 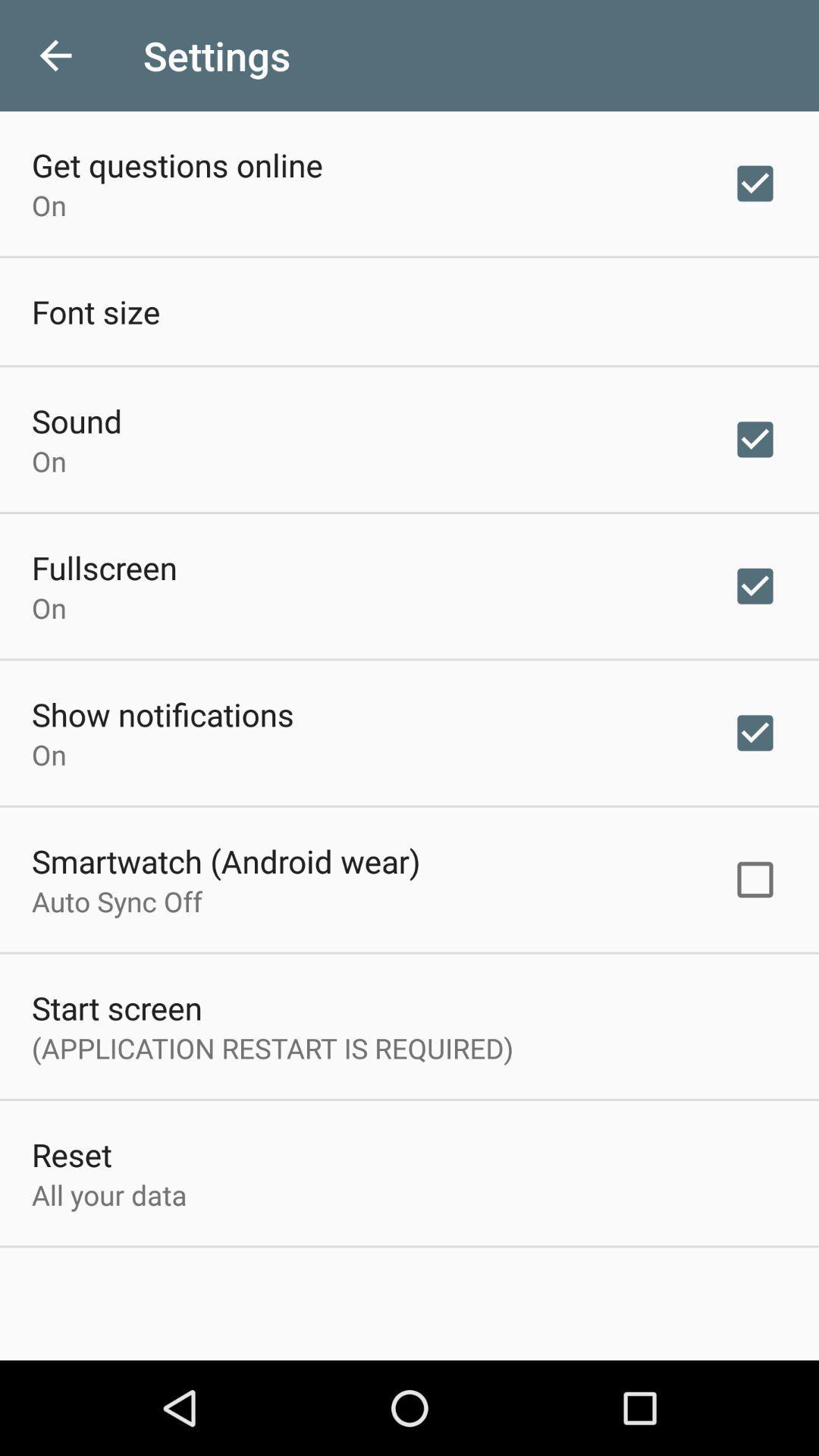 What do you see at coordinates (162, 713) in the screenshot?
I see `icon above the on` at bounding box center [162, 713].